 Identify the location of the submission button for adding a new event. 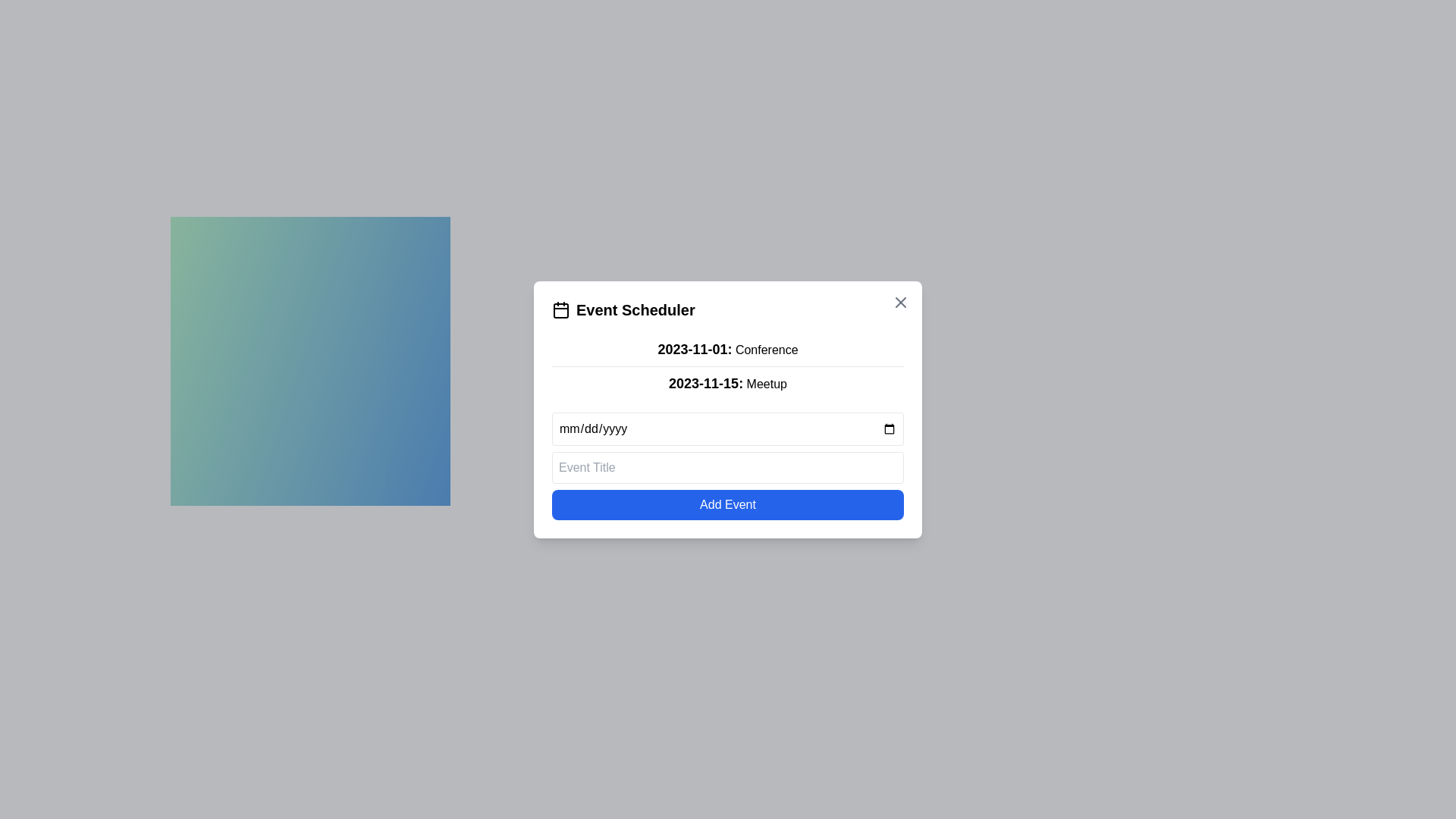
(728, 504).